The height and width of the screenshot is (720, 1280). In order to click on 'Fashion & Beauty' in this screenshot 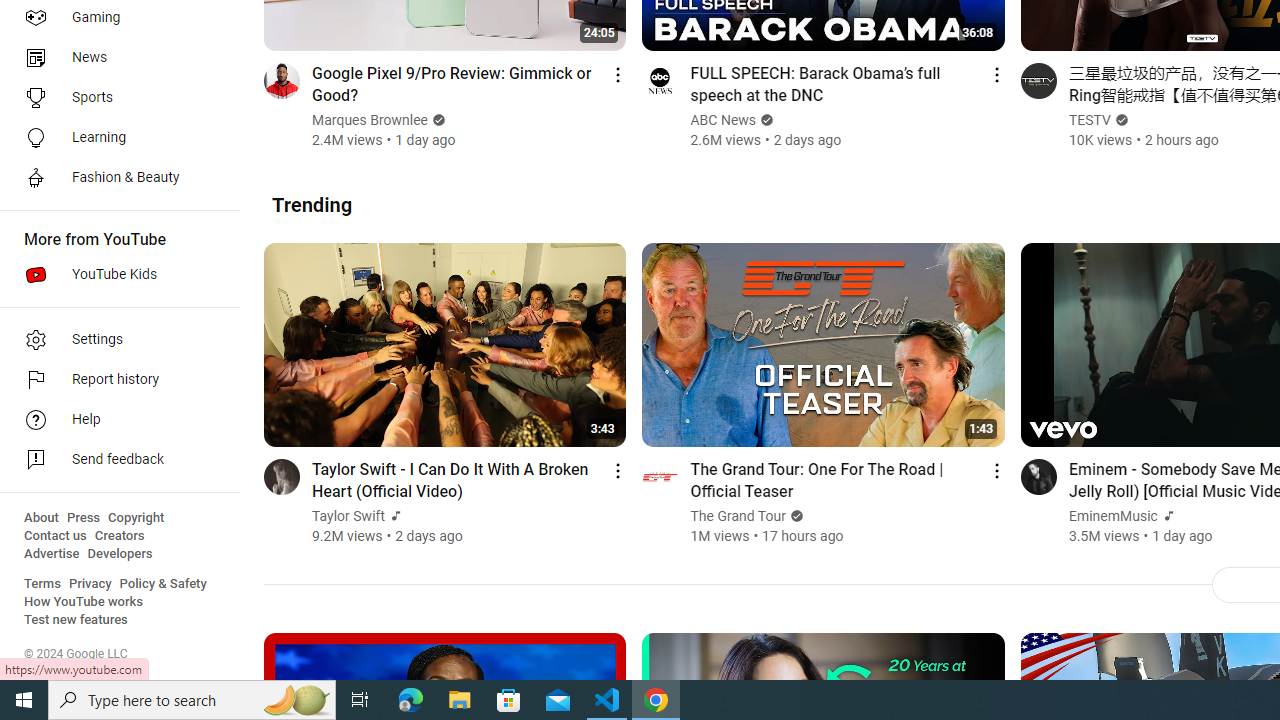, I will do `click(112, 176)`.